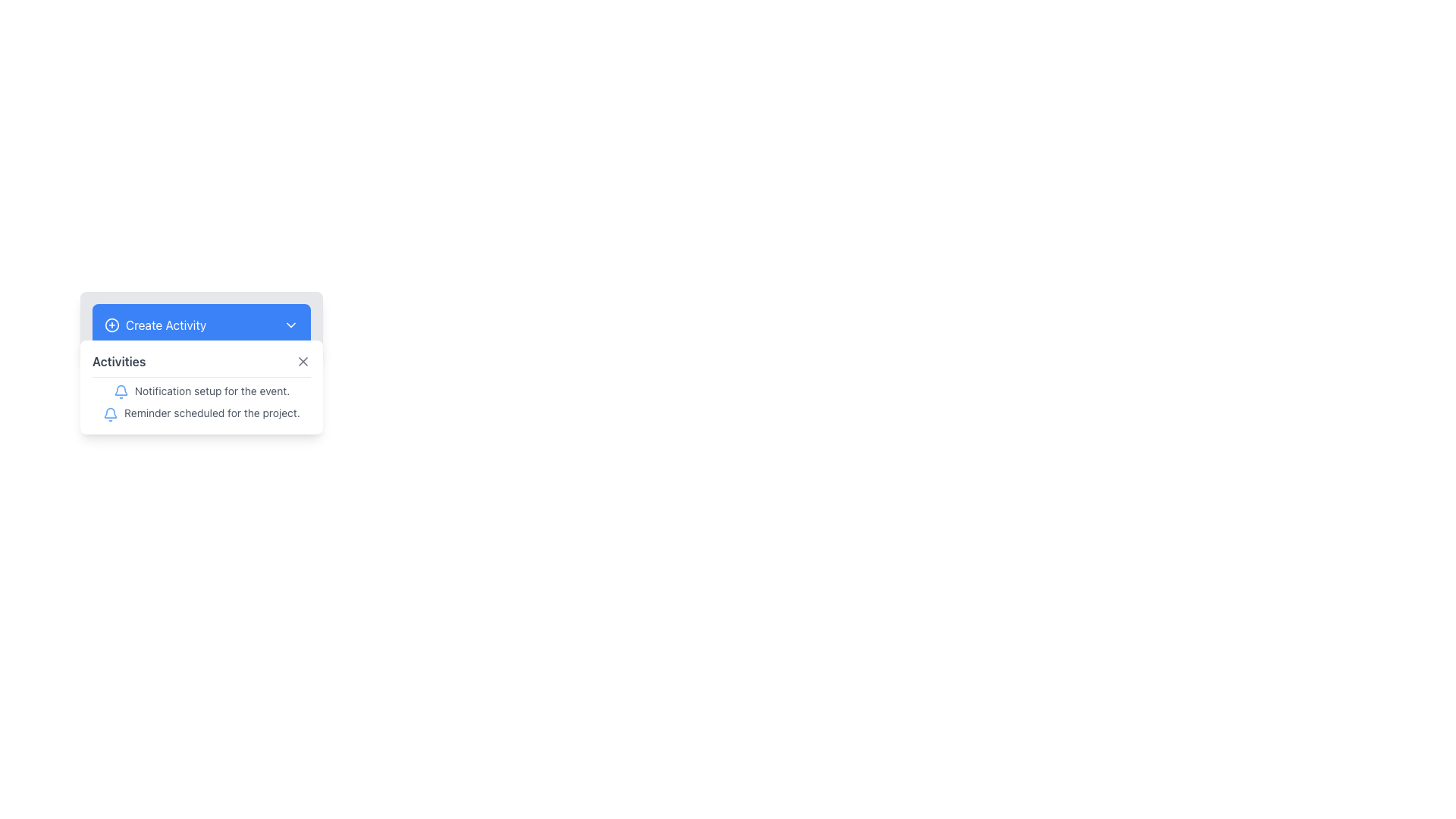 Image resolution: width=1456 pixels, height=819 pixels. I want to click on the notification icon located in the 'Activities' section, which indicates the notification setup feature beside the text 'Notification setup for the event.', so click(120, 391).